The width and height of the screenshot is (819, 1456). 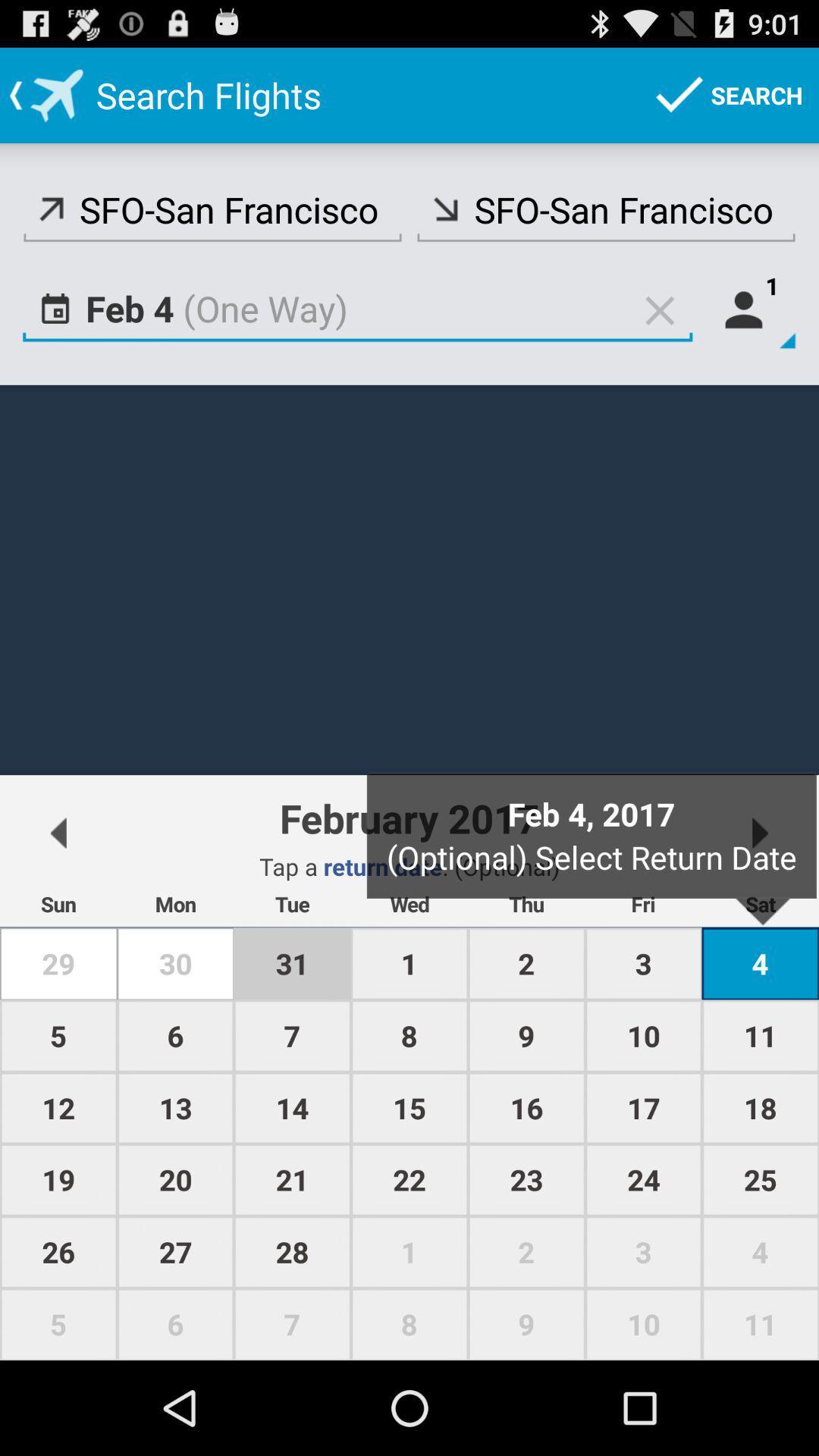 I want to click on the close icon, so click(x=659, y=330).